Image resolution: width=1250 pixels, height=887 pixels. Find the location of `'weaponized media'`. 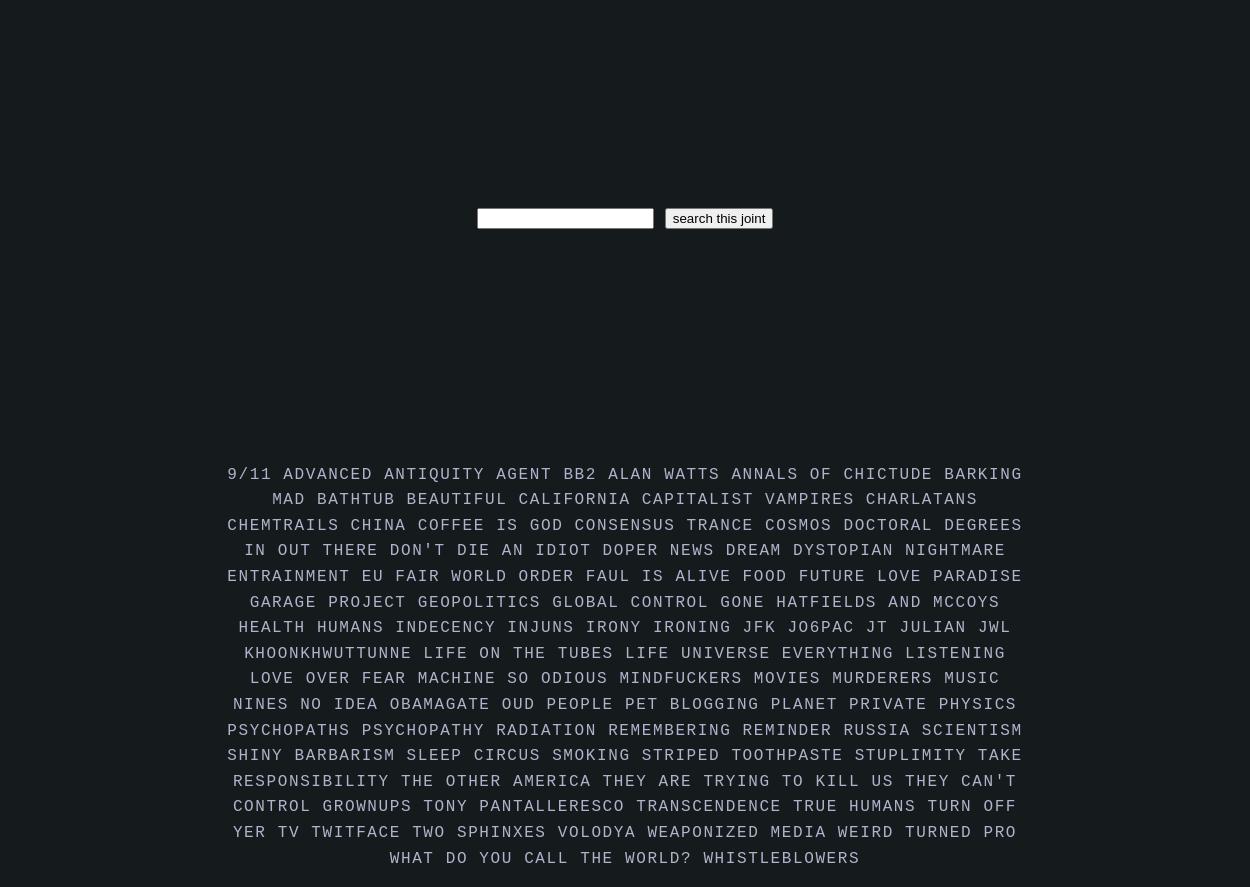

'weaponized media' is located at coordinates (741, 832).